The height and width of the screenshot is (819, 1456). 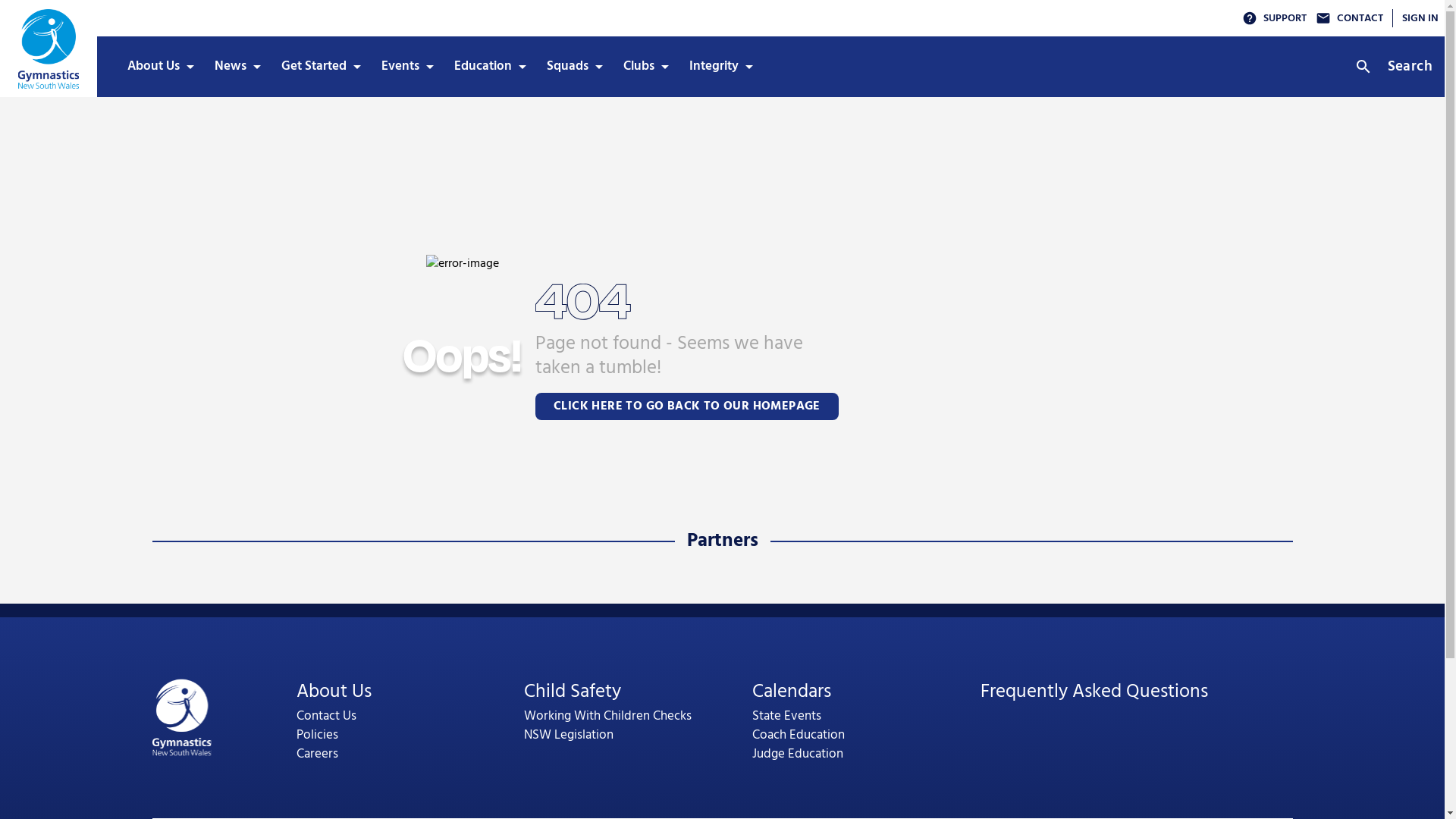 What do you see at coordinates (797, 734) in the screenshot?
I see `'Coach Education'` at bounding box center [797, 734].